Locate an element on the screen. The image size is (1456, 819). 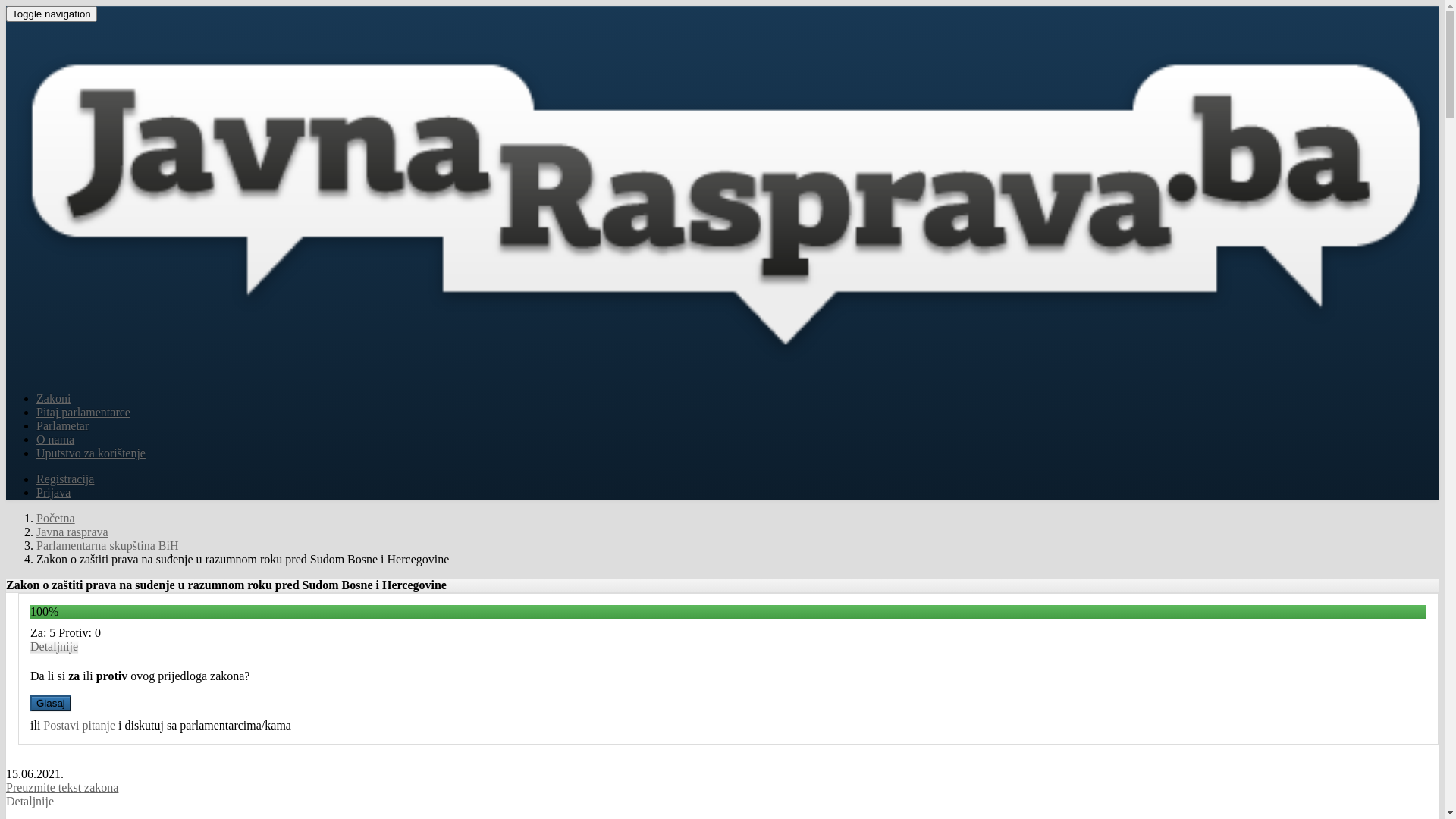
'Postavi pitanje' is located at coordinates (43, 724).